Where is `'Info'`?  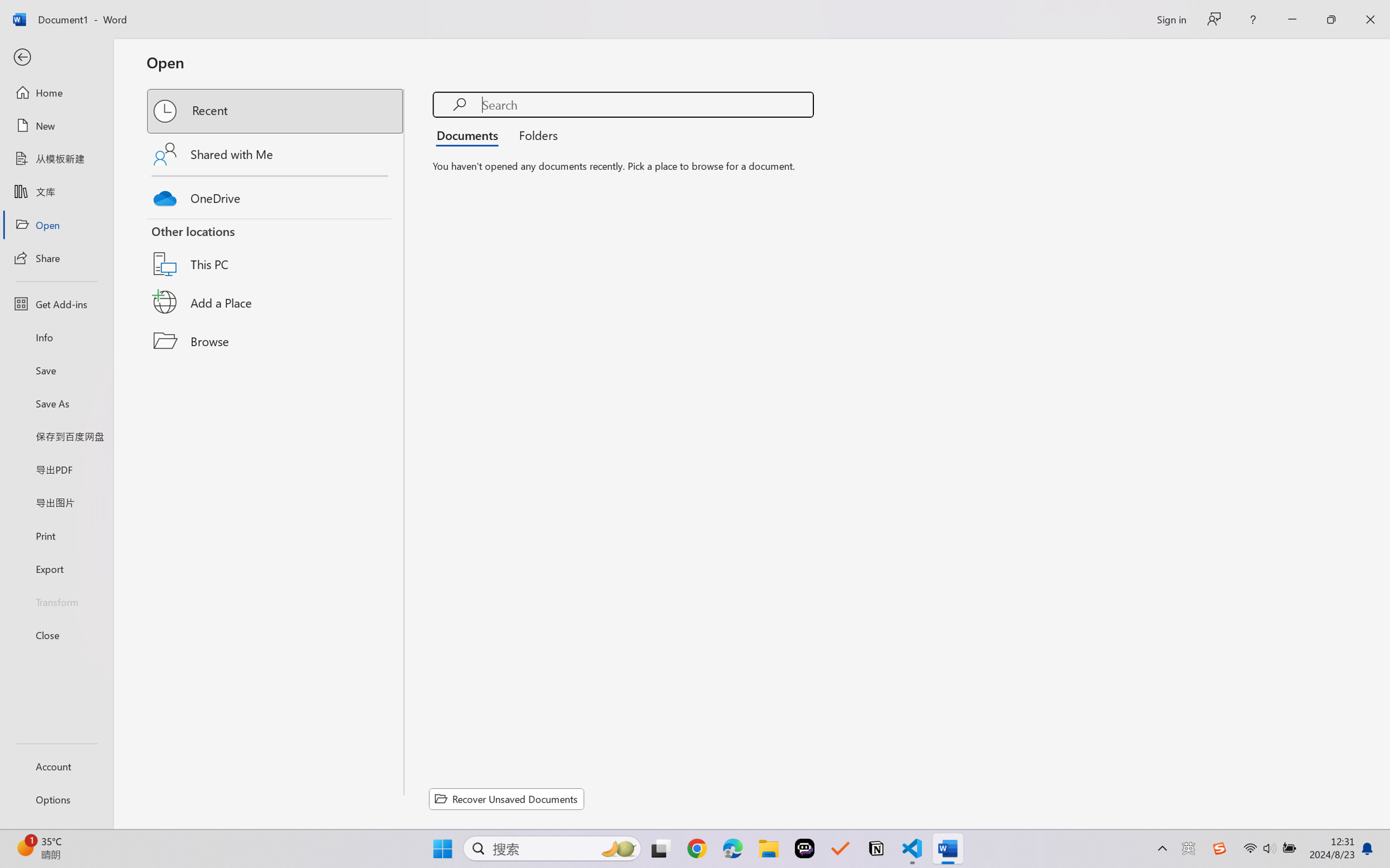 'Info' is located at coordinates (56, 336).